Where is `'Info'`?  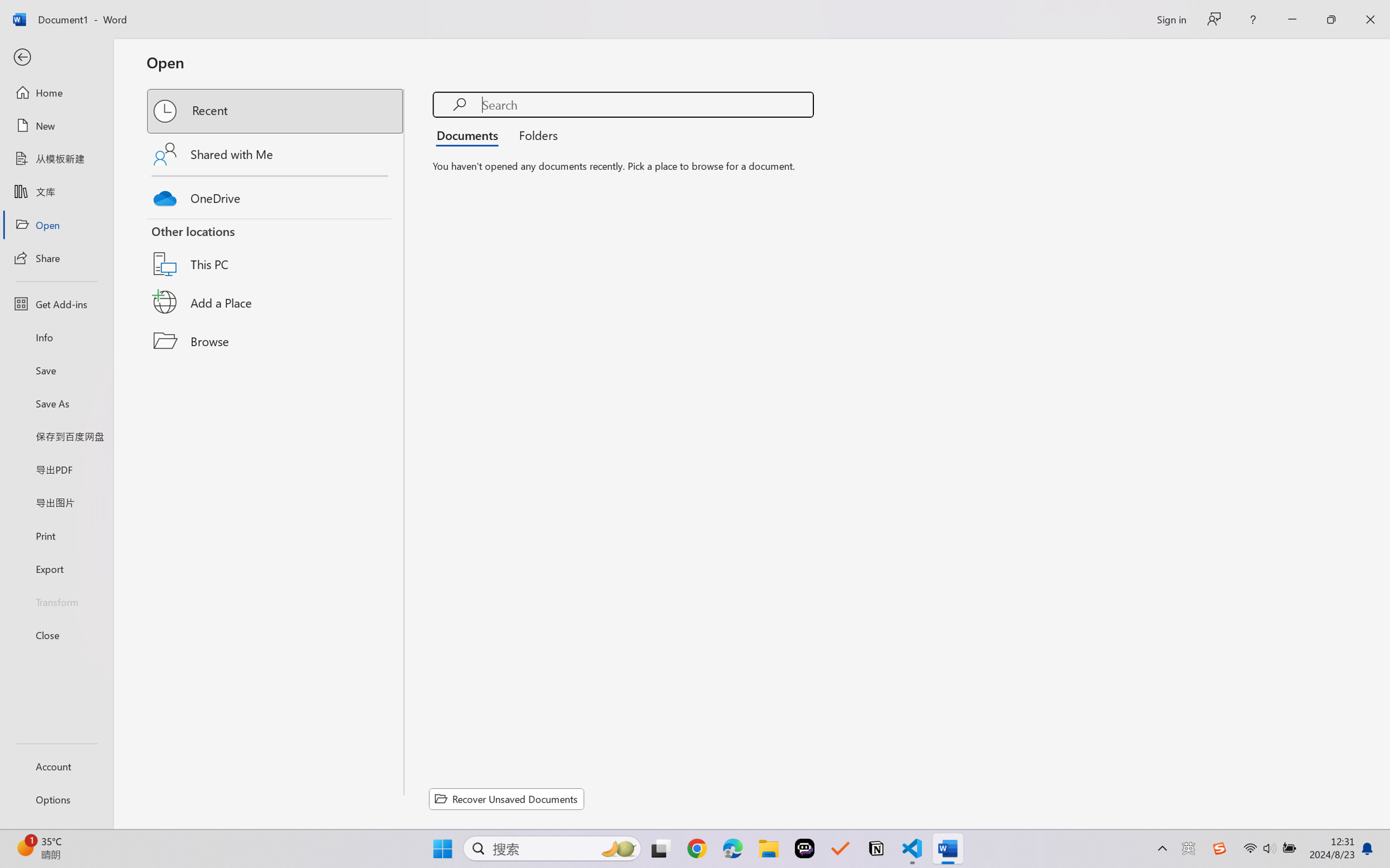 'Info' is located at coordinates (56, 336).